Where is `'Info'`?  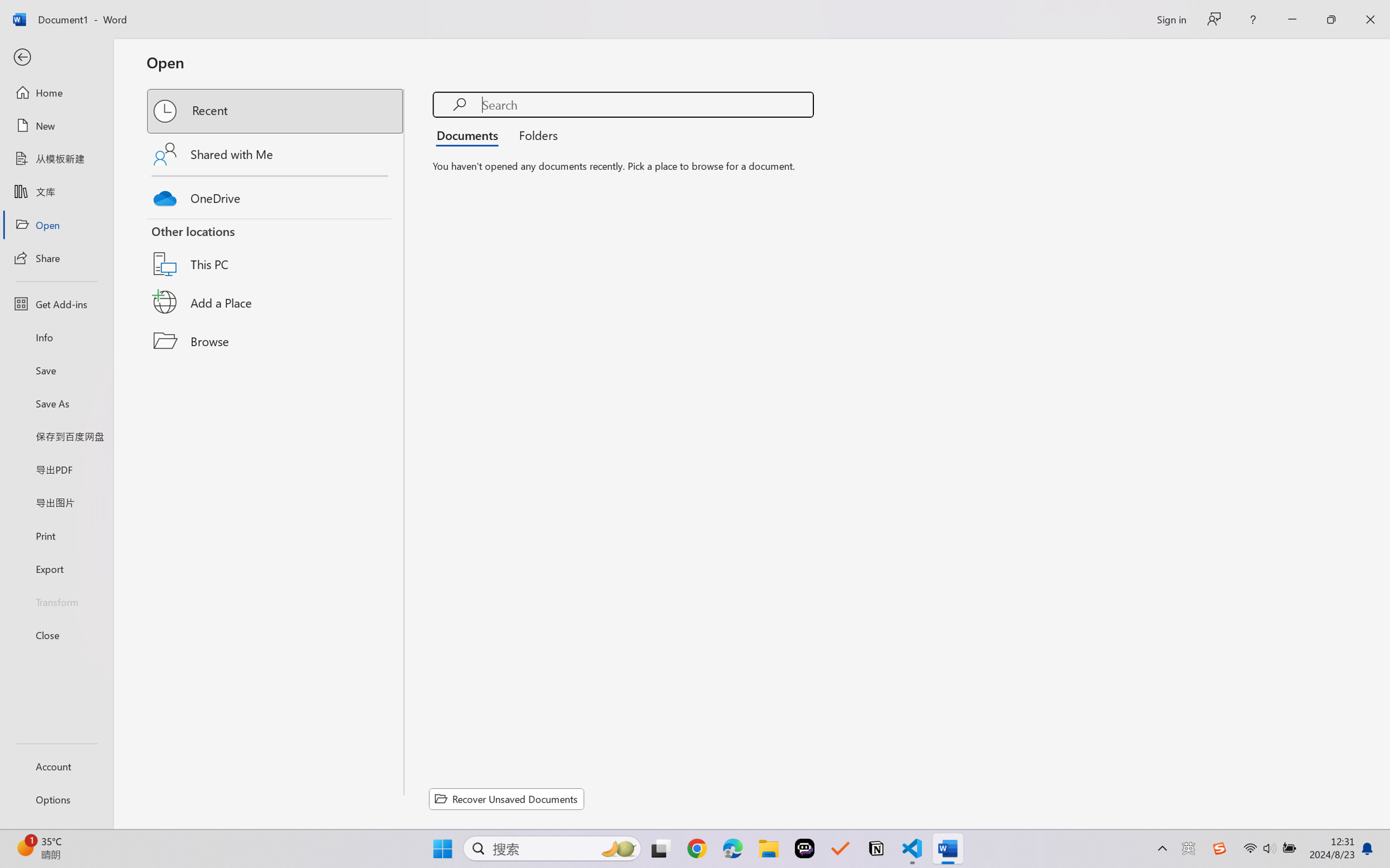 'Info' is located at coordinates (56, 336).